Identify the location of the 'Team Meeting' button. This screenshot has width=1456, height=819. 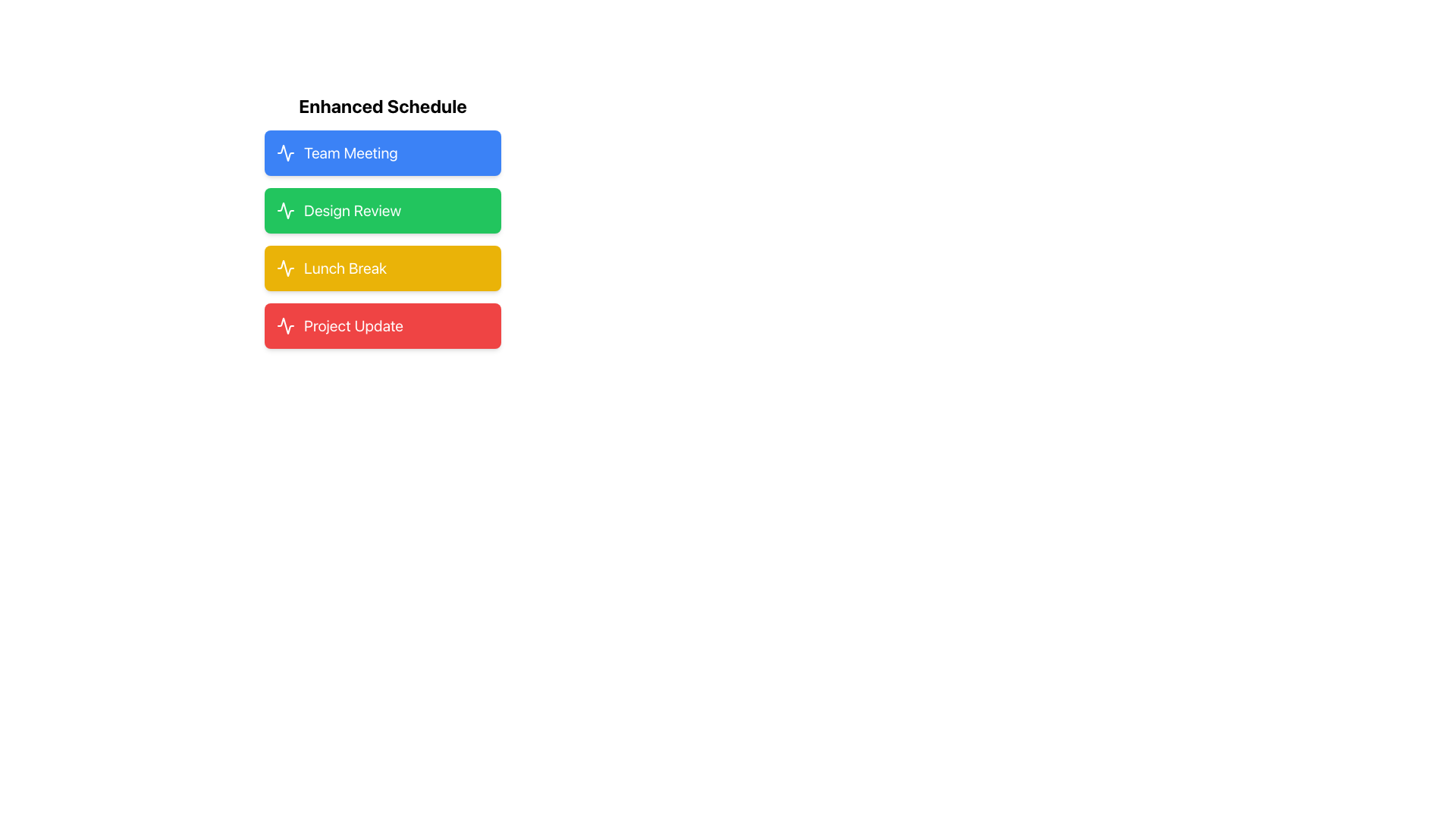
(382, 152).